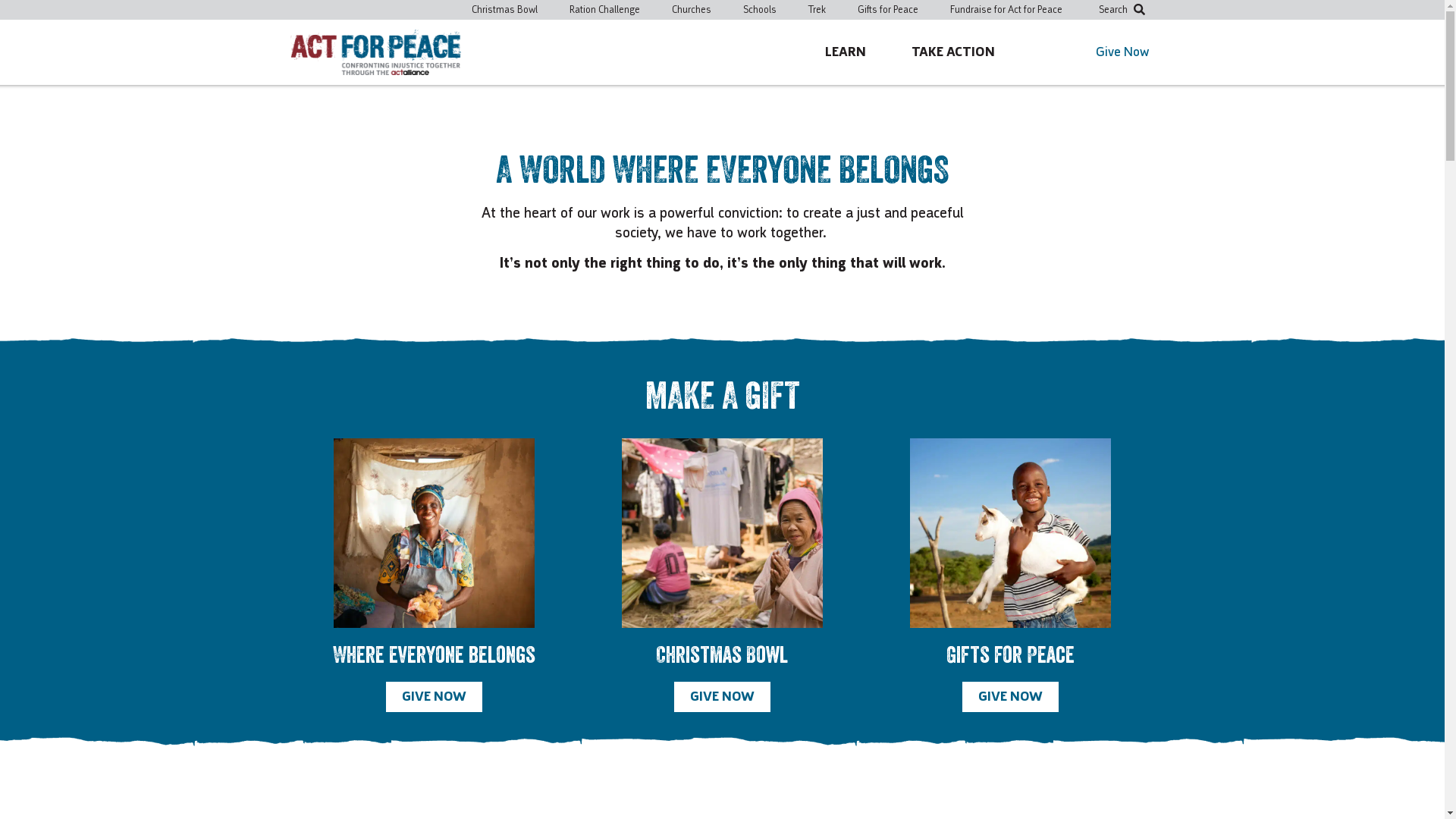 This screenshot has height=819, width=1456. Describe the element at coordinates (691, 9) in the screenshot. I see `'Churches'` at that location.